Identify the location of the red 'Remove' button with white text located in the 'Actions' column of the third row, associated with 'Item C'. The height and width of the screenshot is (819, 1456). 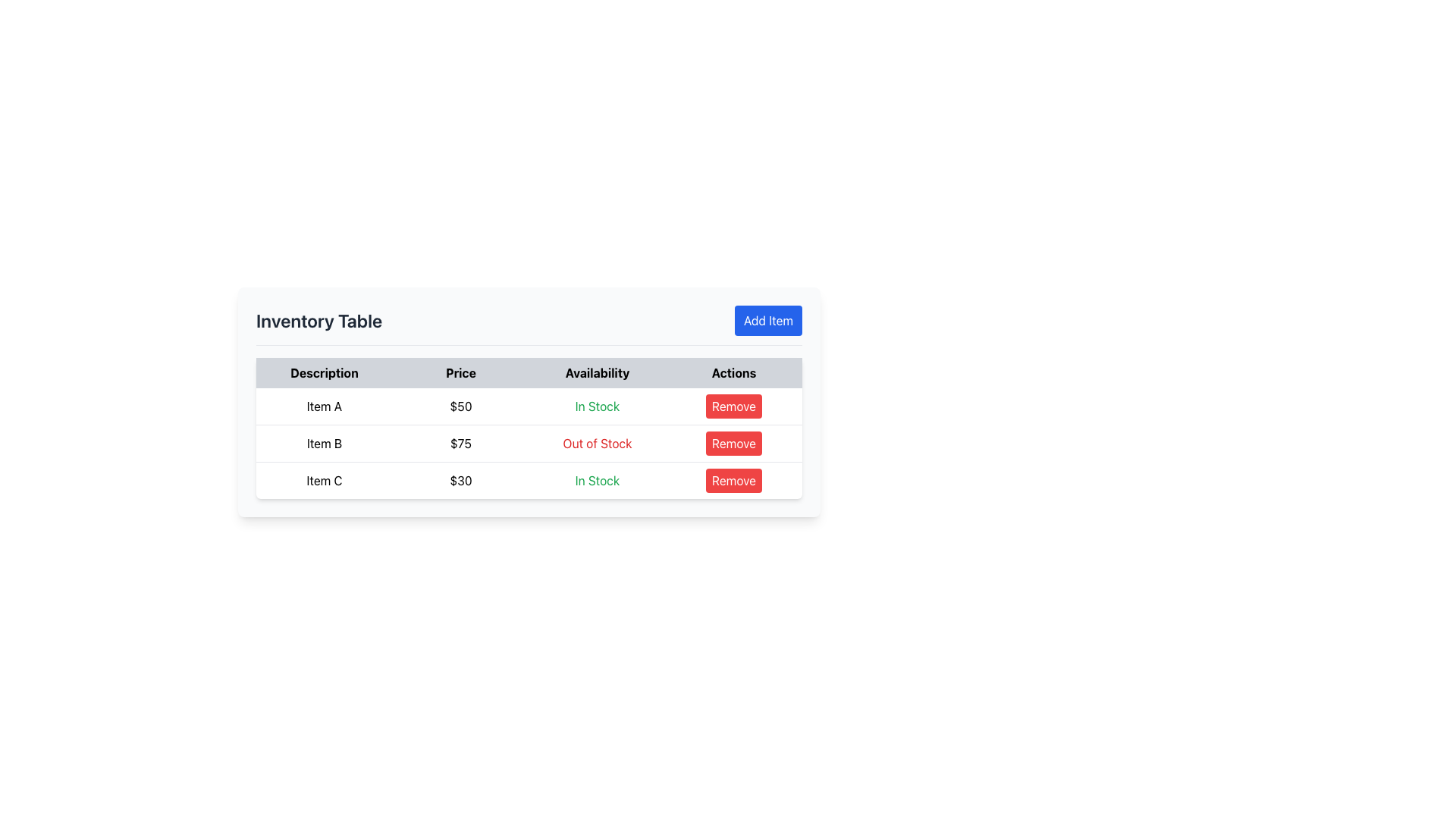
(734, 406).